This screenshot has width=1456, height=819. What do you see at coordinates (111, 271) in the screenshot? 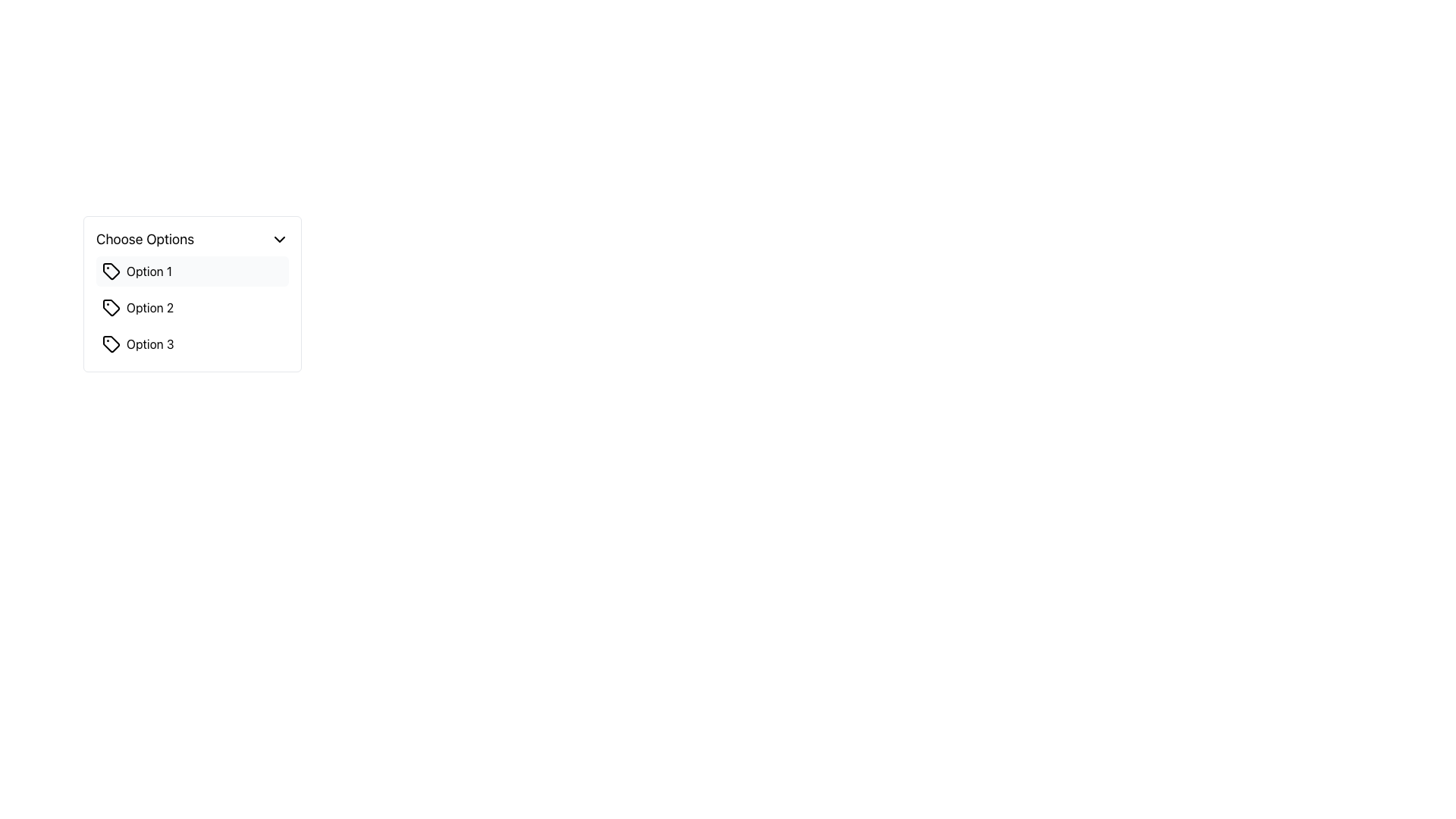
I see `the tag icon in the dropdown menu labeled 'Choose Options', located to the left of 'Option 1'` at bounding box center [111, 271].